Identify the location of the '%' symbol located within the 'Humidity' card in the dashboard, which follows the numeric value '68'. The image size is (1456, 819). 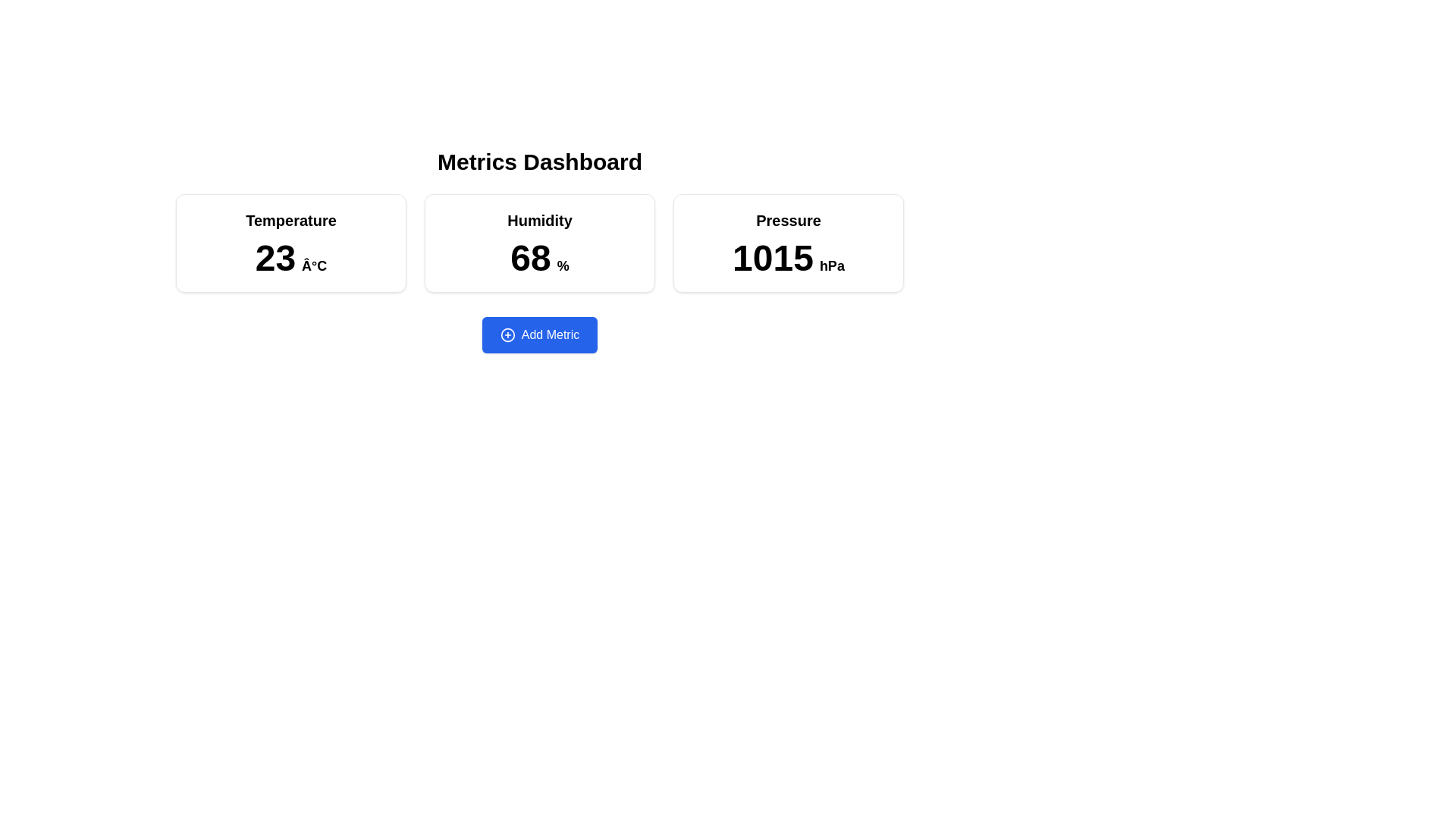
(562, 265).